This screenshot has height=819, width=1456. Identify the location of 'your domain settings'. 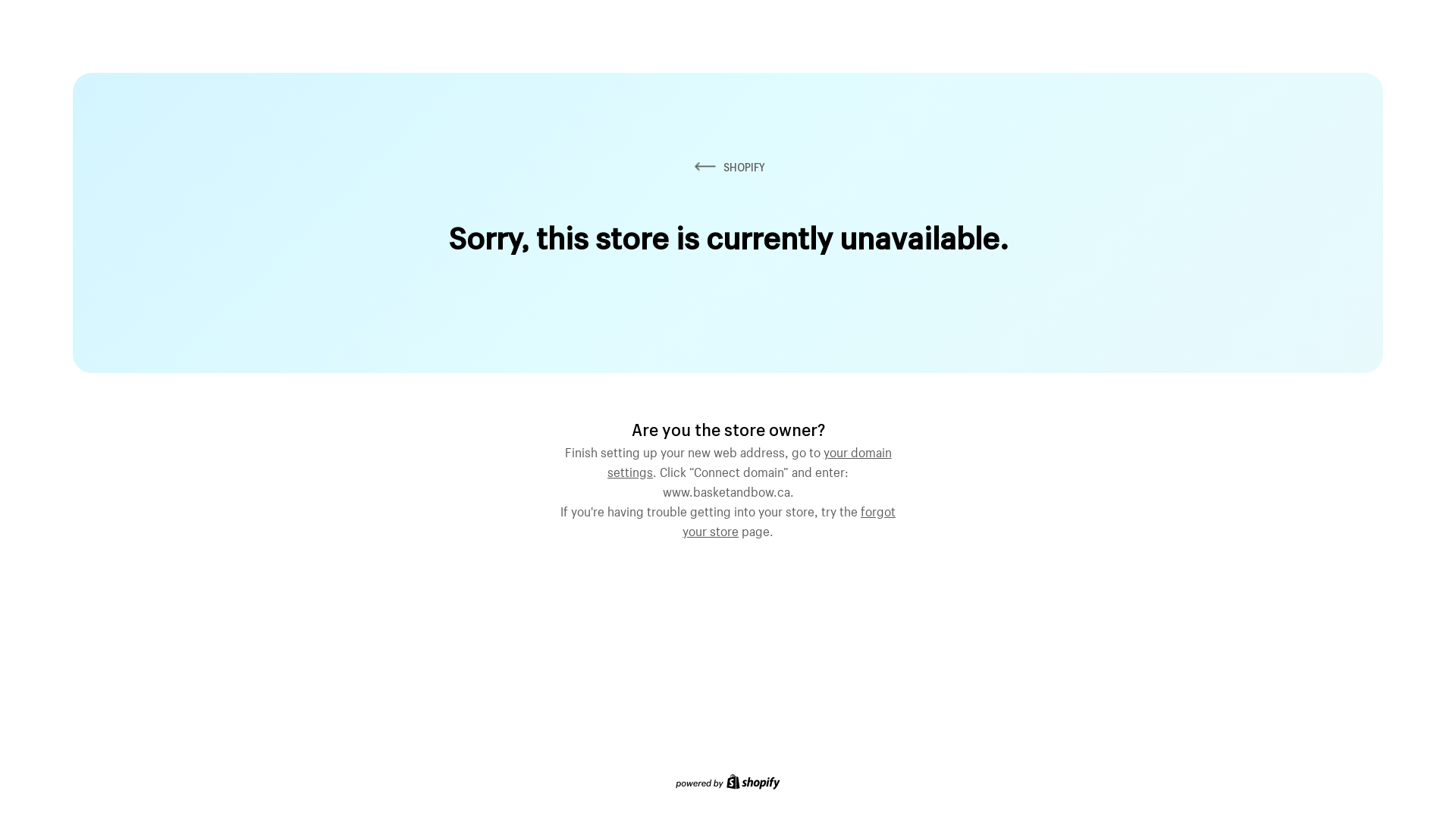
(749, 459).